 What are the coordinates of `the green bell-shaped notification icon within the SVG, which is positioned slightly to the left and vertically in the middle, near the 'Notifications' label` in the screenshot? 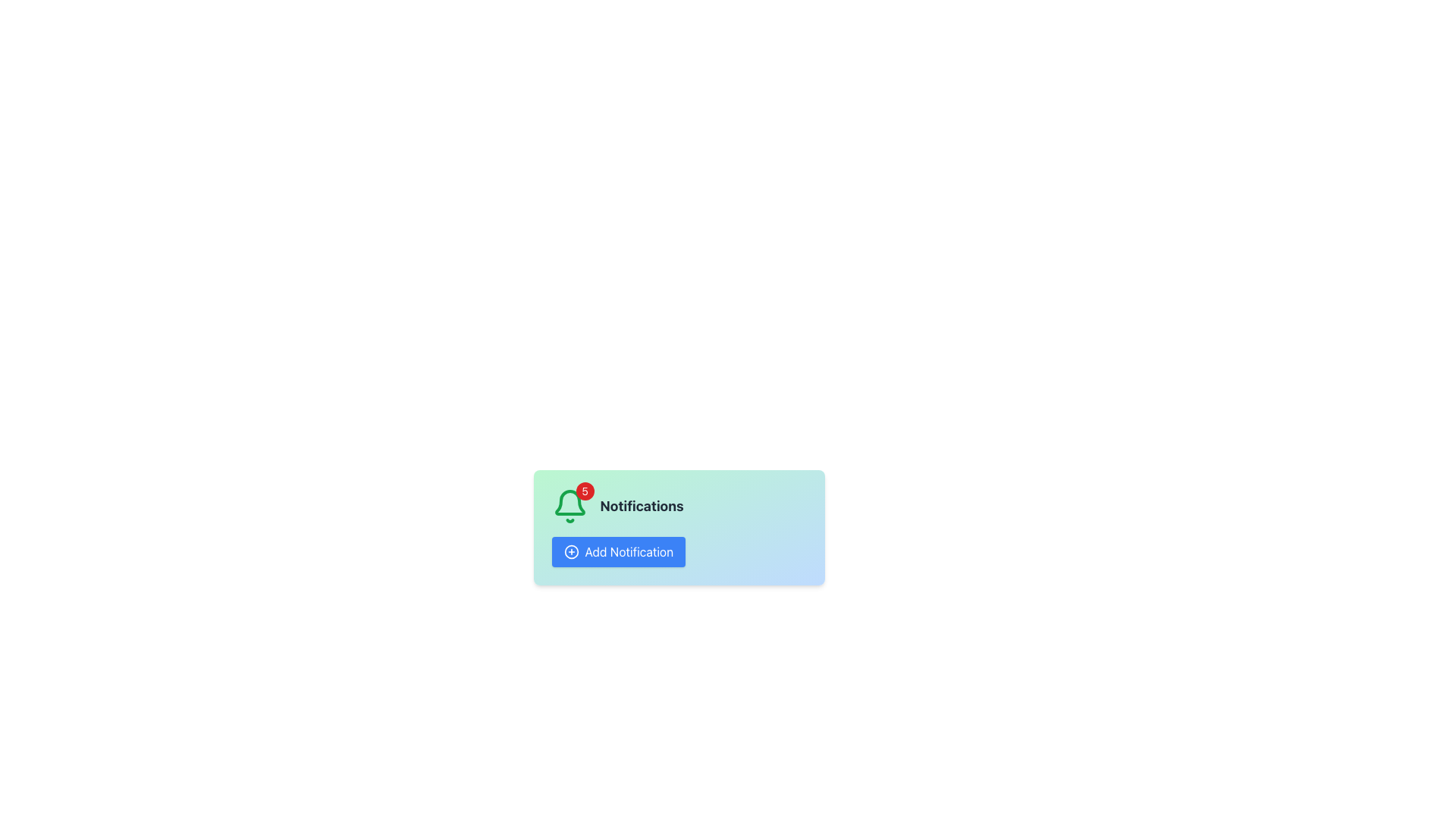 It's located at (569, 503).